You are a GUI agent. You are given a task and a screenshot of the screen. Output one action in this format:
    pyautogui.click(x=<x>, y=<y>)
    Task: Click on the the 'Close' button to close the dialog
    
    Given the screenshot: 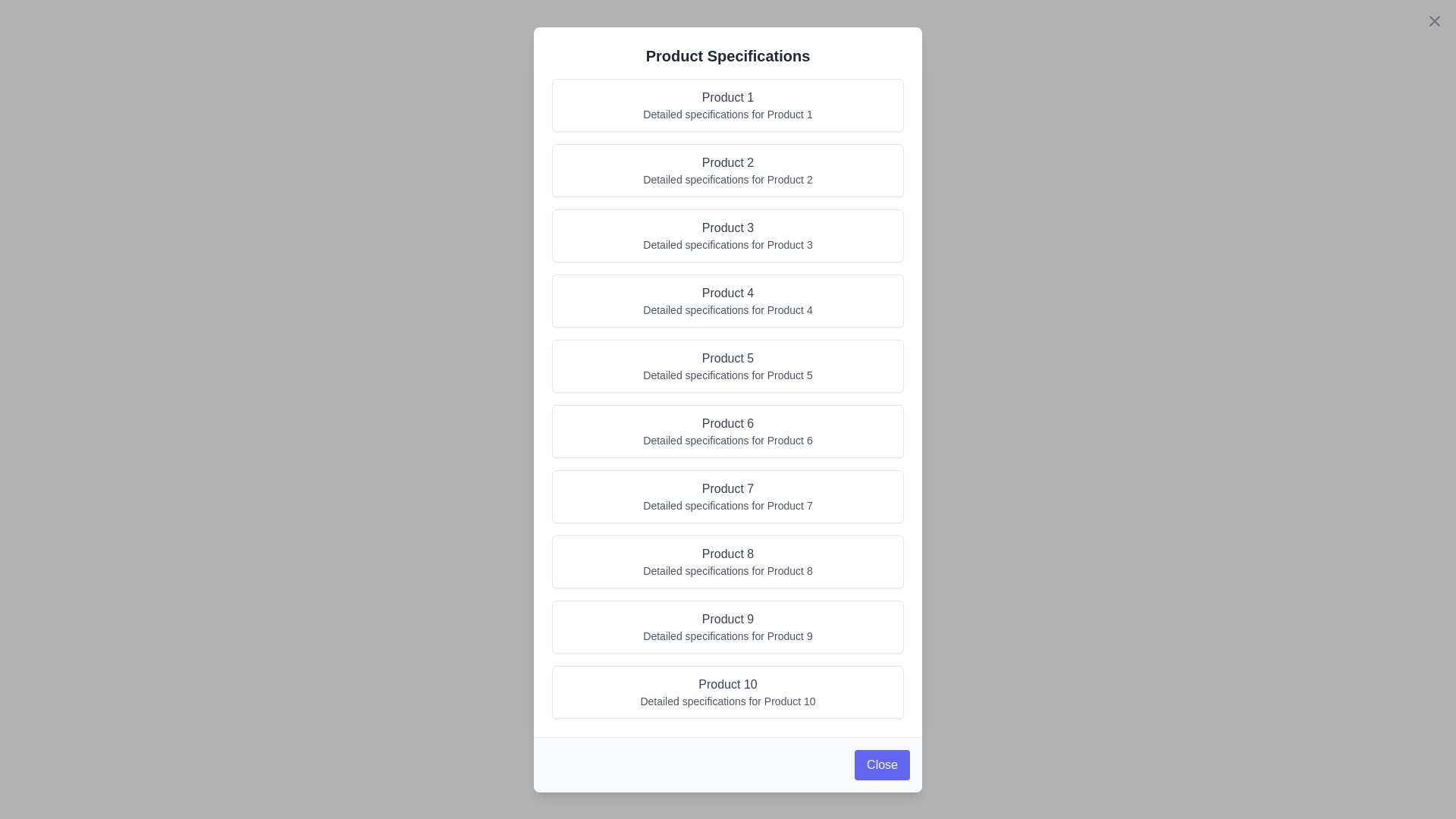 What is the action you would take?
    pyautogui.click(x=882, y=764)
    